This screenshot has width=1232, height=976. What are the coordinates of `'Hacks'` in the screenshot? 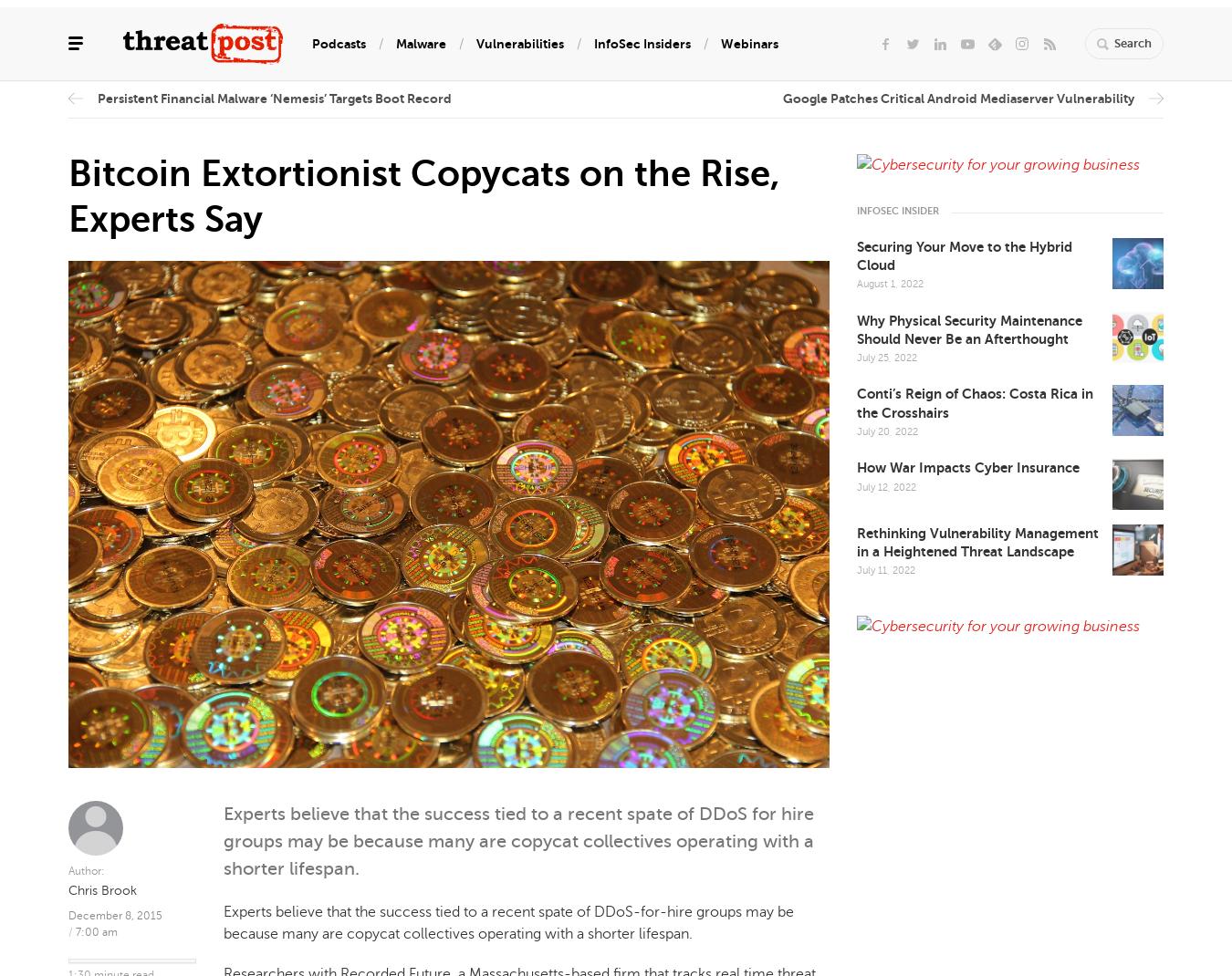 It's located at (86, 268).